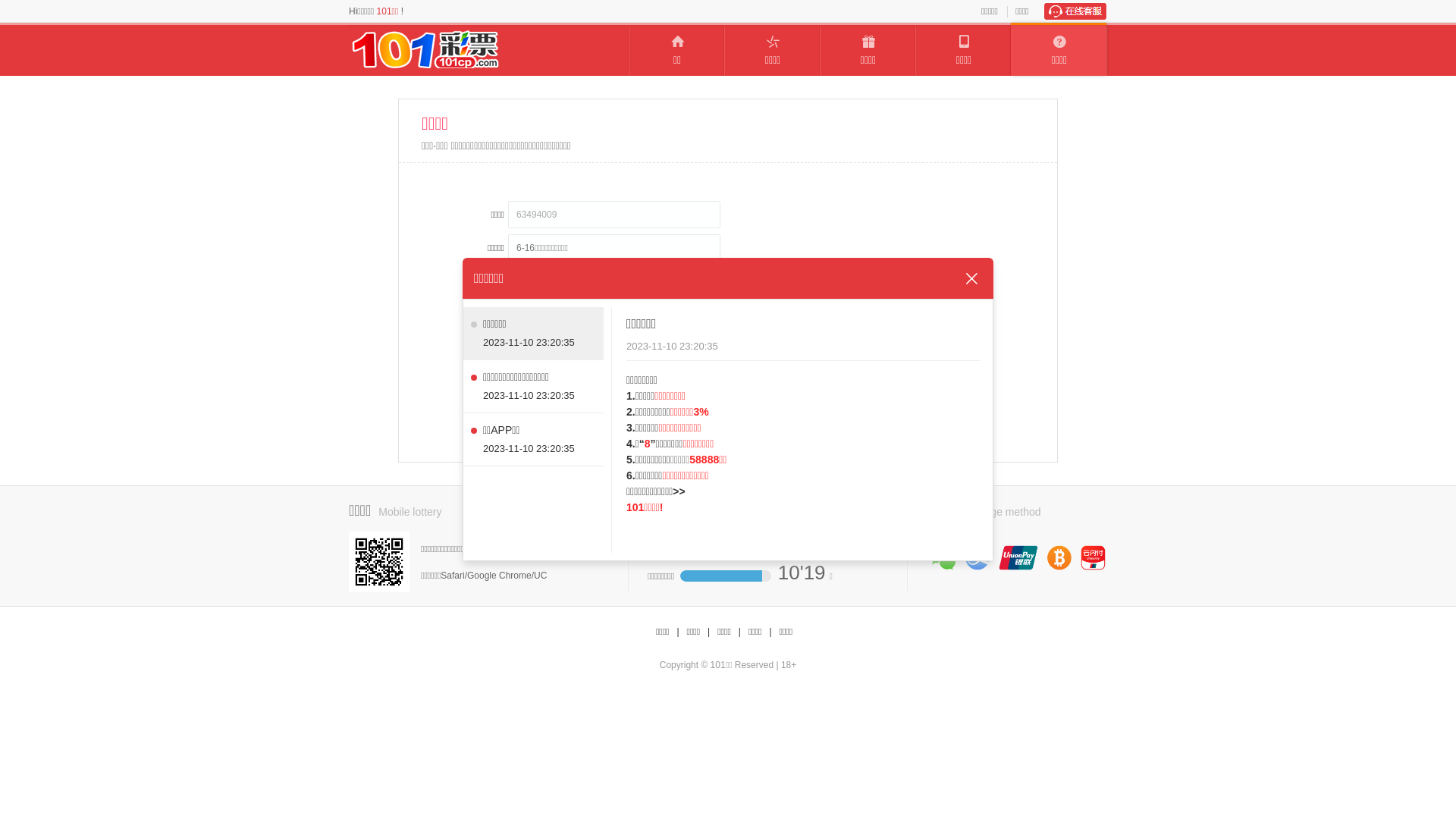 The image size is (1456, 819). What do you see at coordinates (770, 632) in the screenshot?
I see `'|'` at bounding box center [770, 632].